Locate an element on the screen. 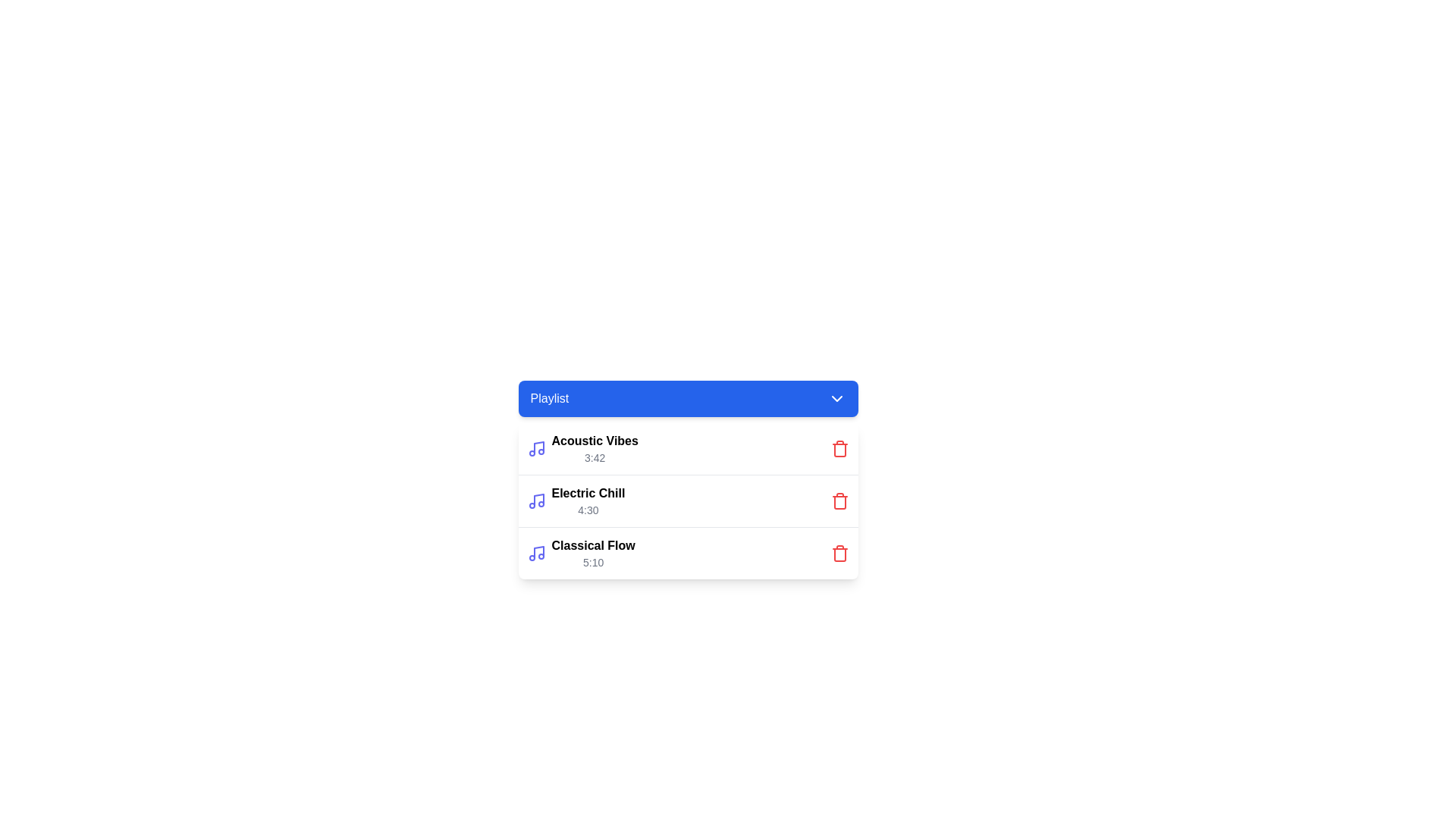 This screenshot has height=819, width=1456. the list item titled 'Electric Chill' in the playlist menu to interact with the track is located at coordinates (687, 500).